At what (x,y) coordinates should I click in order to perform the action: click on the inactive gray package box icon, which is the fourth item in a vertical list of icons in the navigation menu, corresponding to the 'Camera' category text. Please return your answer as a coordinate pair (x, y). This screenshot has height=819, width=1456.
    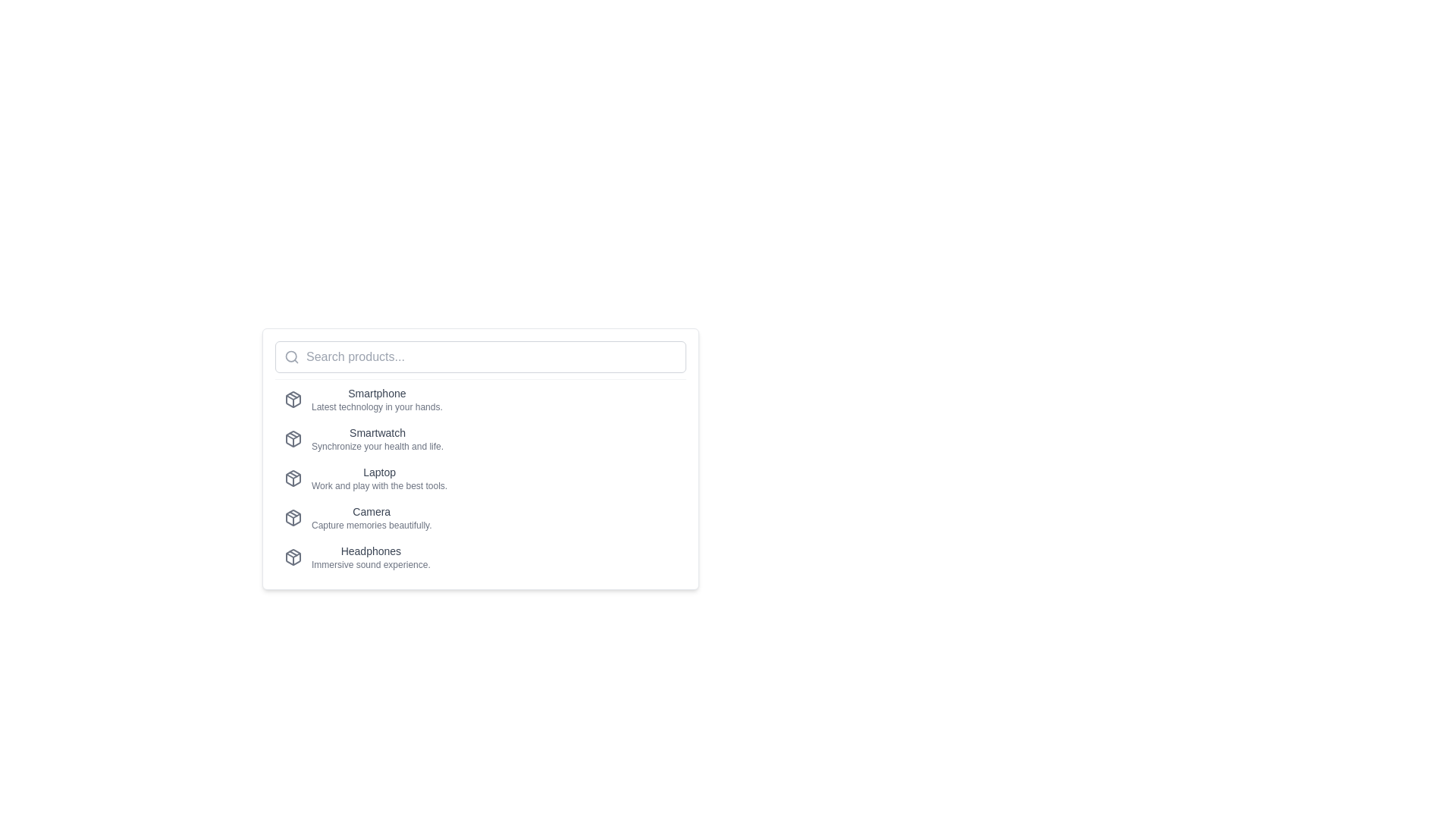
    Looking at the image, I should click on (293, 516).